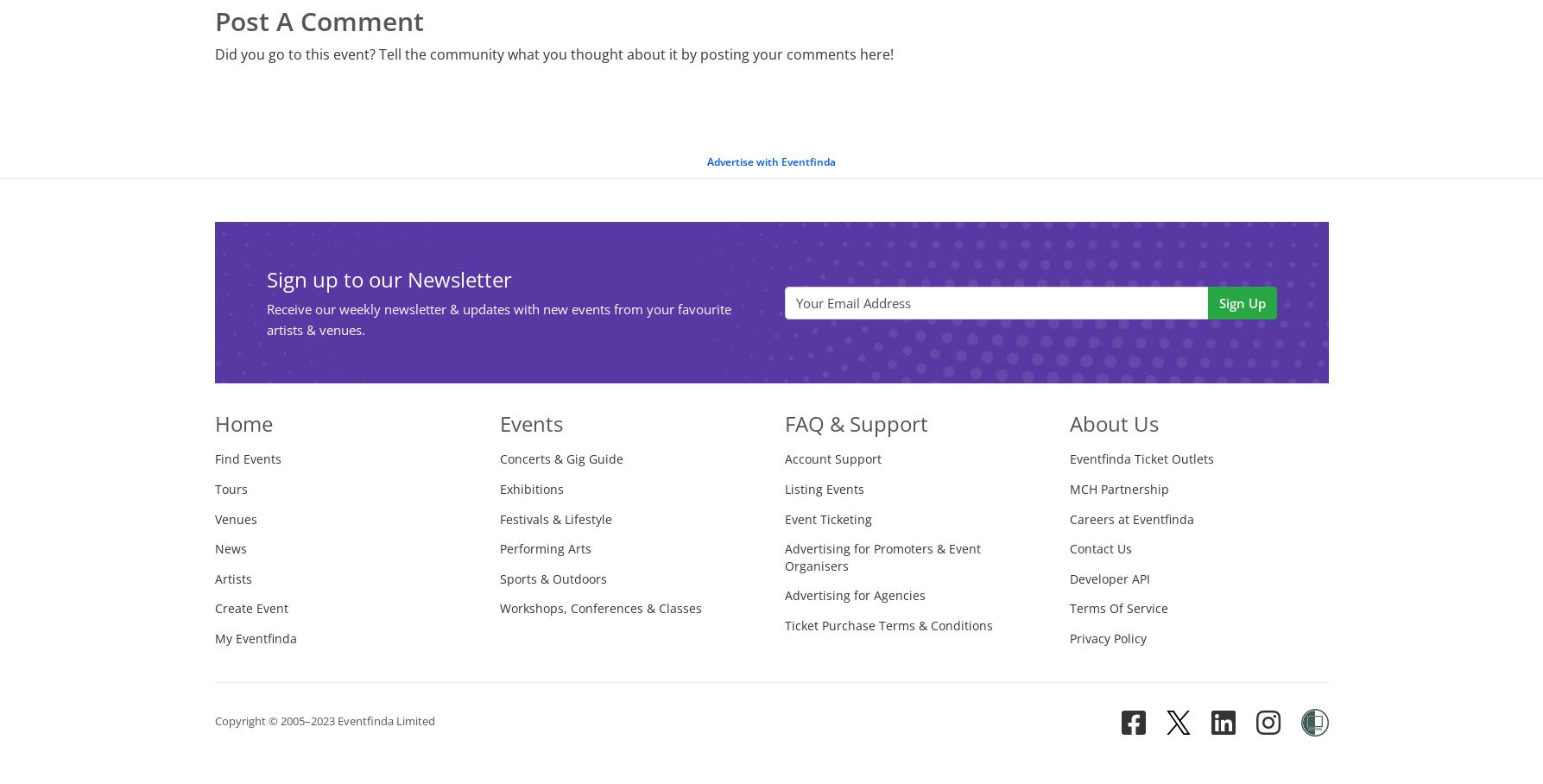 Image resolution: width=1543 pixels, height=784 pixels. I want to click on 'Careers at Eventfinda', so click(1130, 518).